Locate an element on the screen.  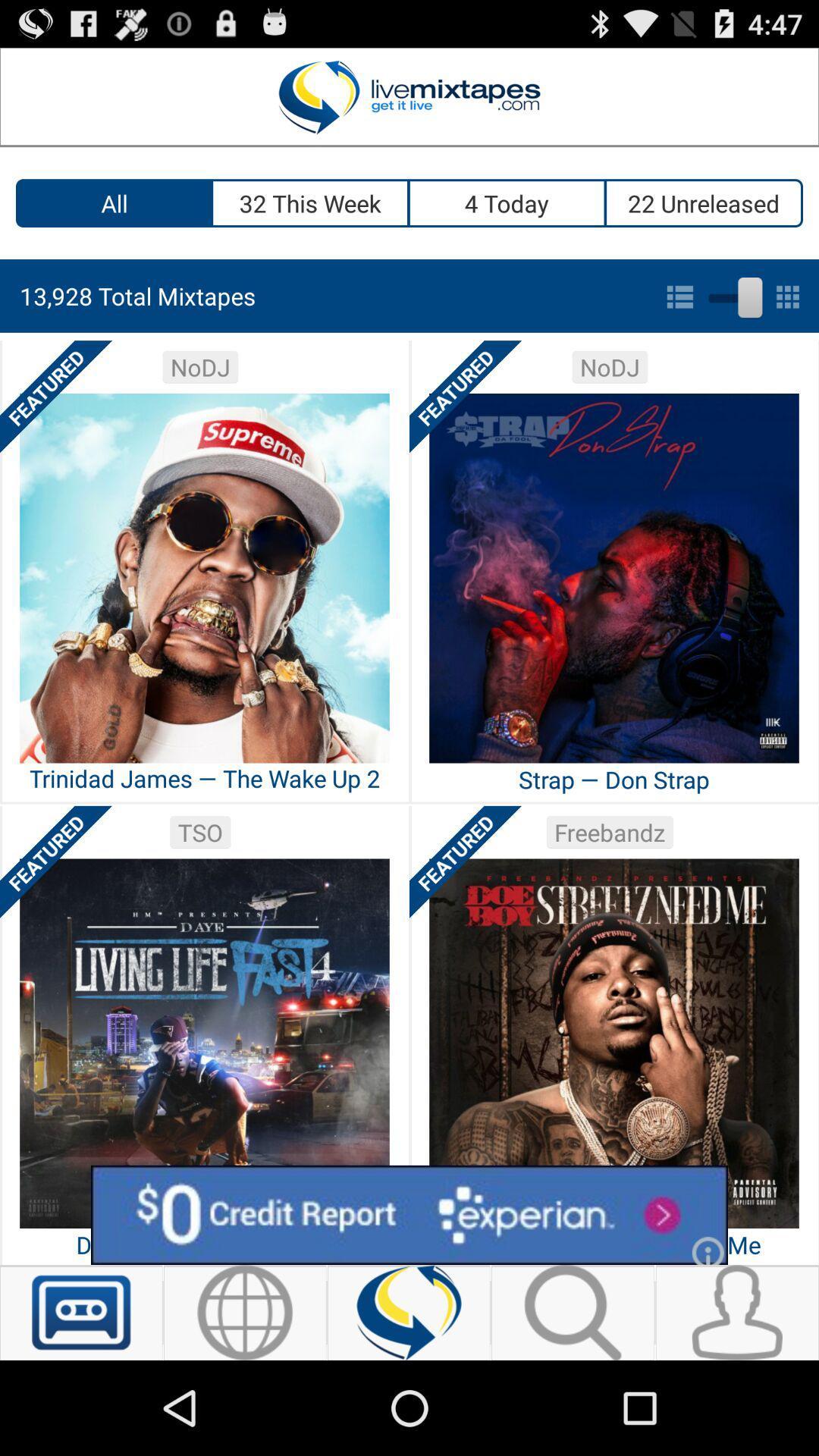
advertisement is located at coordinates (409, 1215).